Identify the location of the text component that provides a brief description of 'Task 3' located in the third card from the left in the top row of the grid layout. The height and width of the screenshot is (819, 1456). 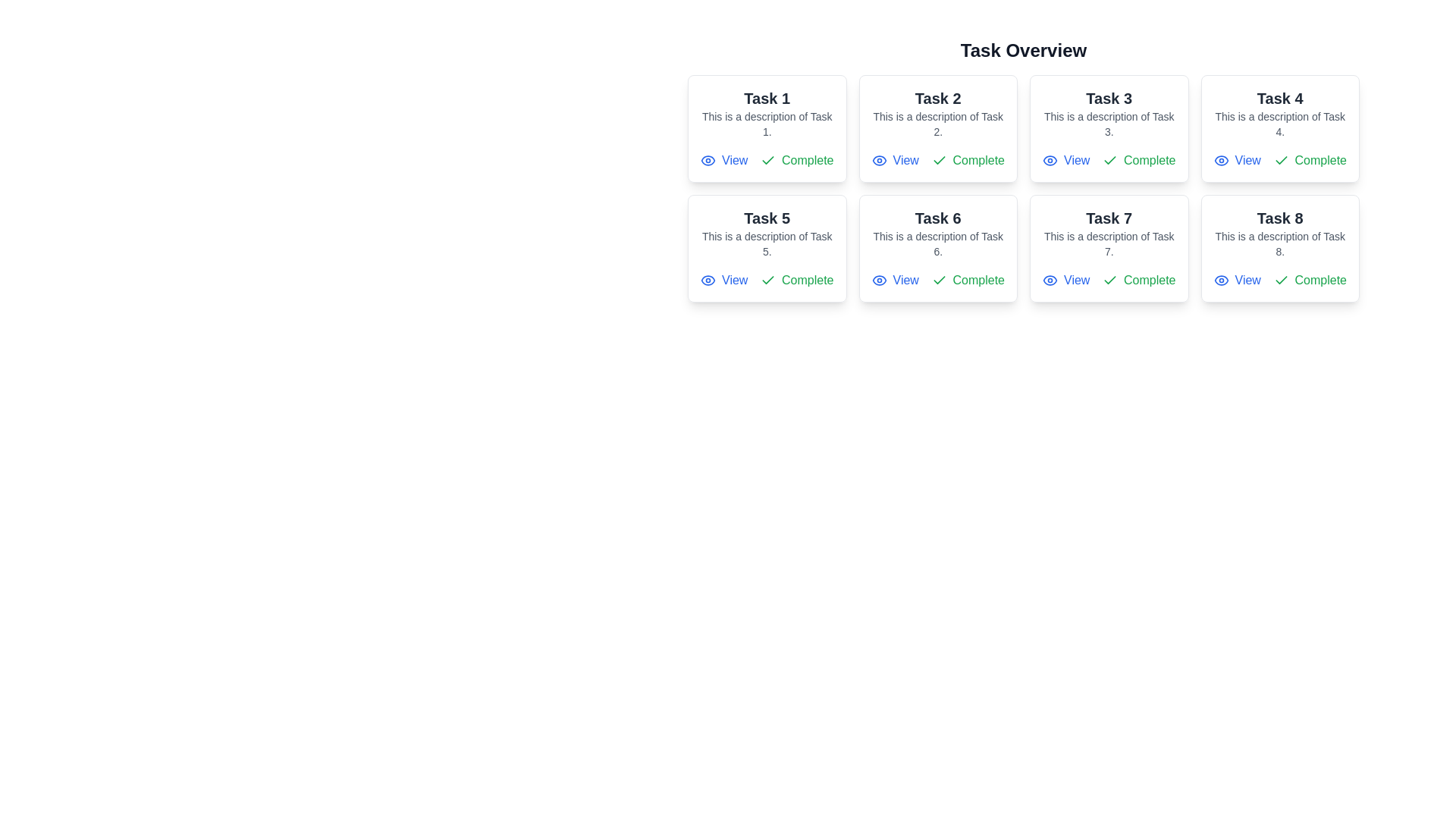
(1109, 124).